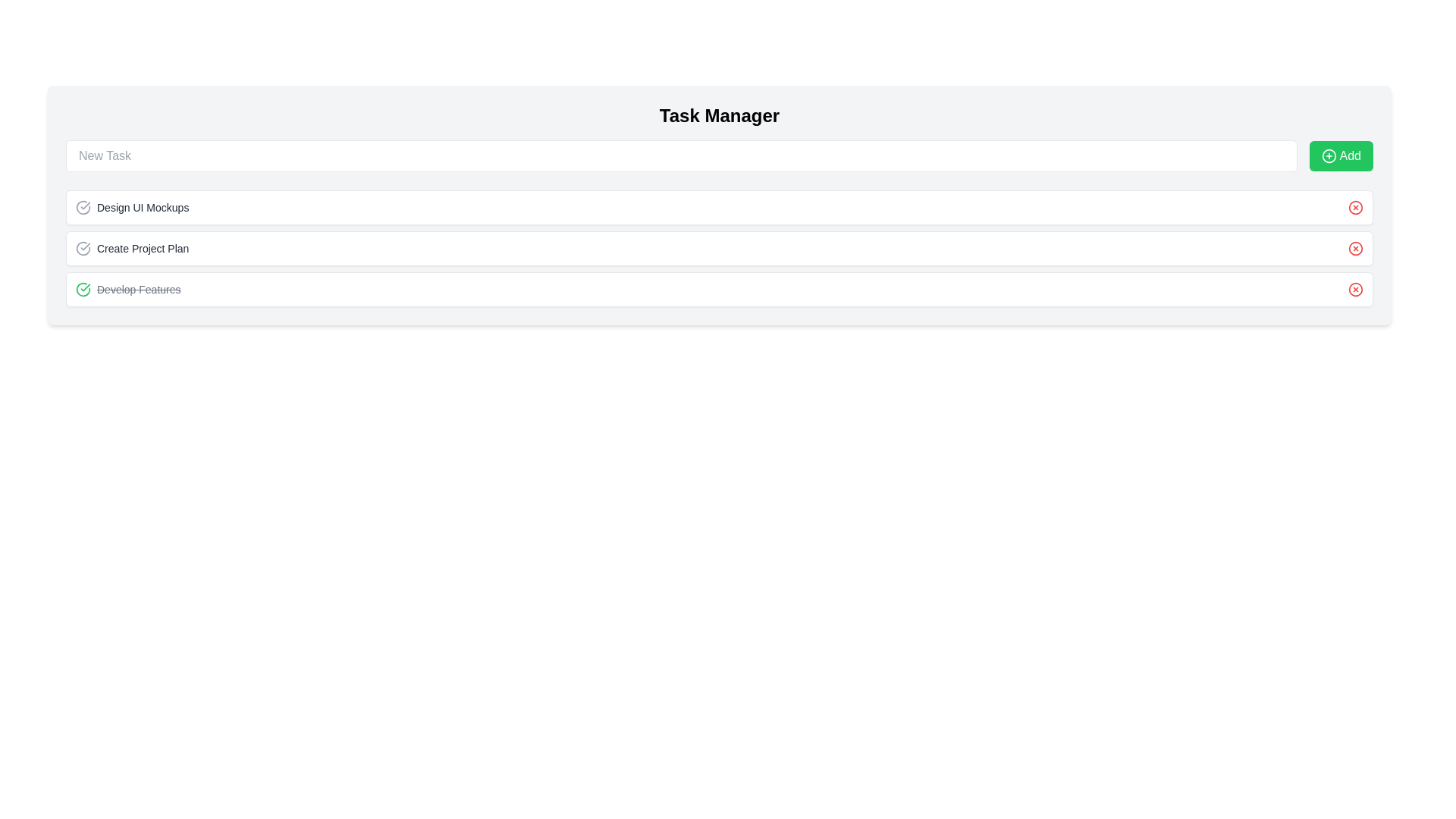  I want to click on the circular red button with a red cross symbol located at the far-right end of the 'Create Project Plan' task row, so click(1356, 247).